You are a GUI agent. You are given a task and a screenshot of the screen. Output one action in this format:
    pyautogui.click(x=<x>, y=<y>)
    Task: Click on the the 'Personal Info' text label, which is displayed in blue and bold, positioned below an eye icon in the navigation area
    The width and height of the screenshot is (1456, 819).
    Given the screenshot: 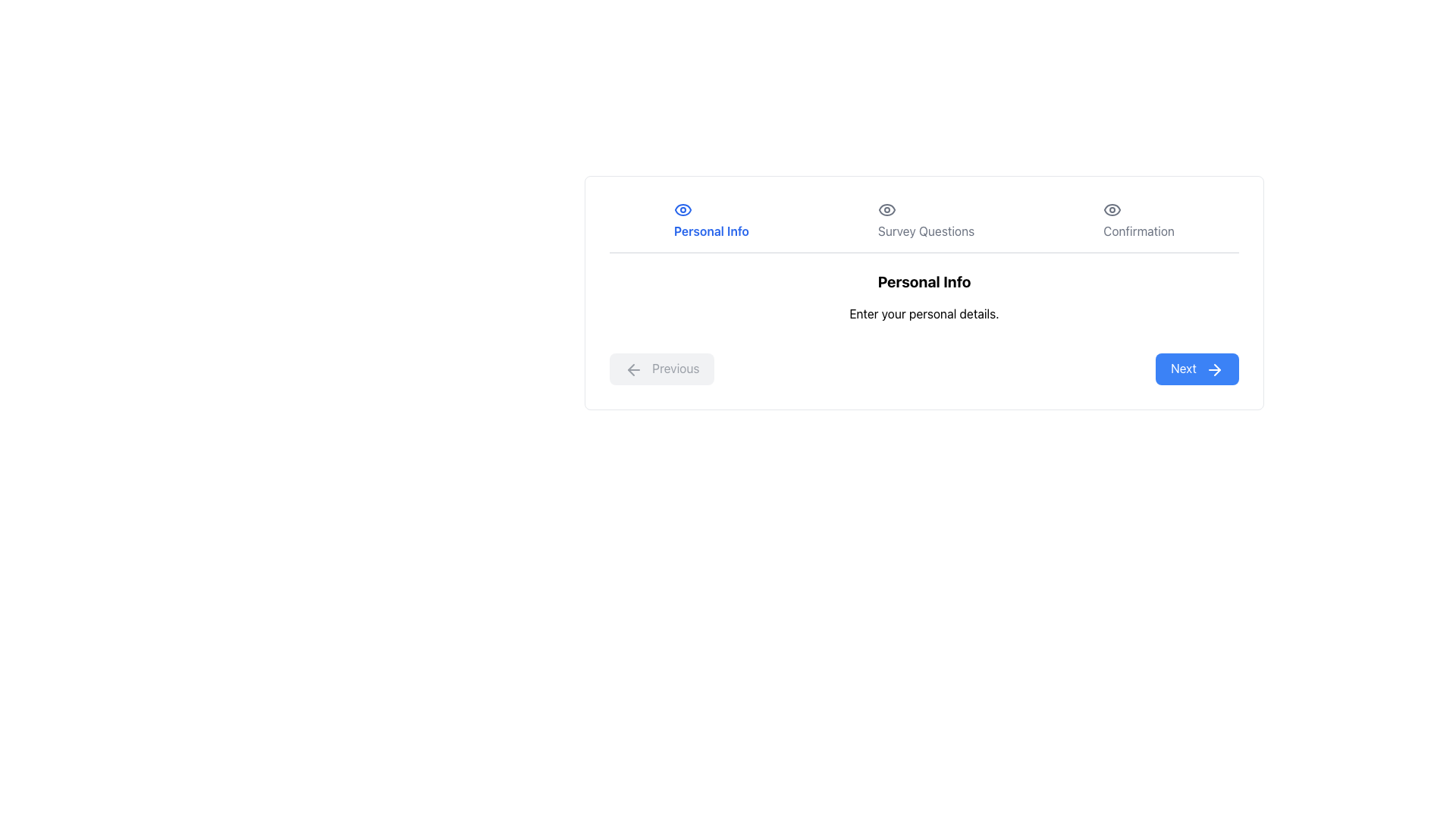 What is the action you would take?
    pyautogui.click(x=711, y=220)
    